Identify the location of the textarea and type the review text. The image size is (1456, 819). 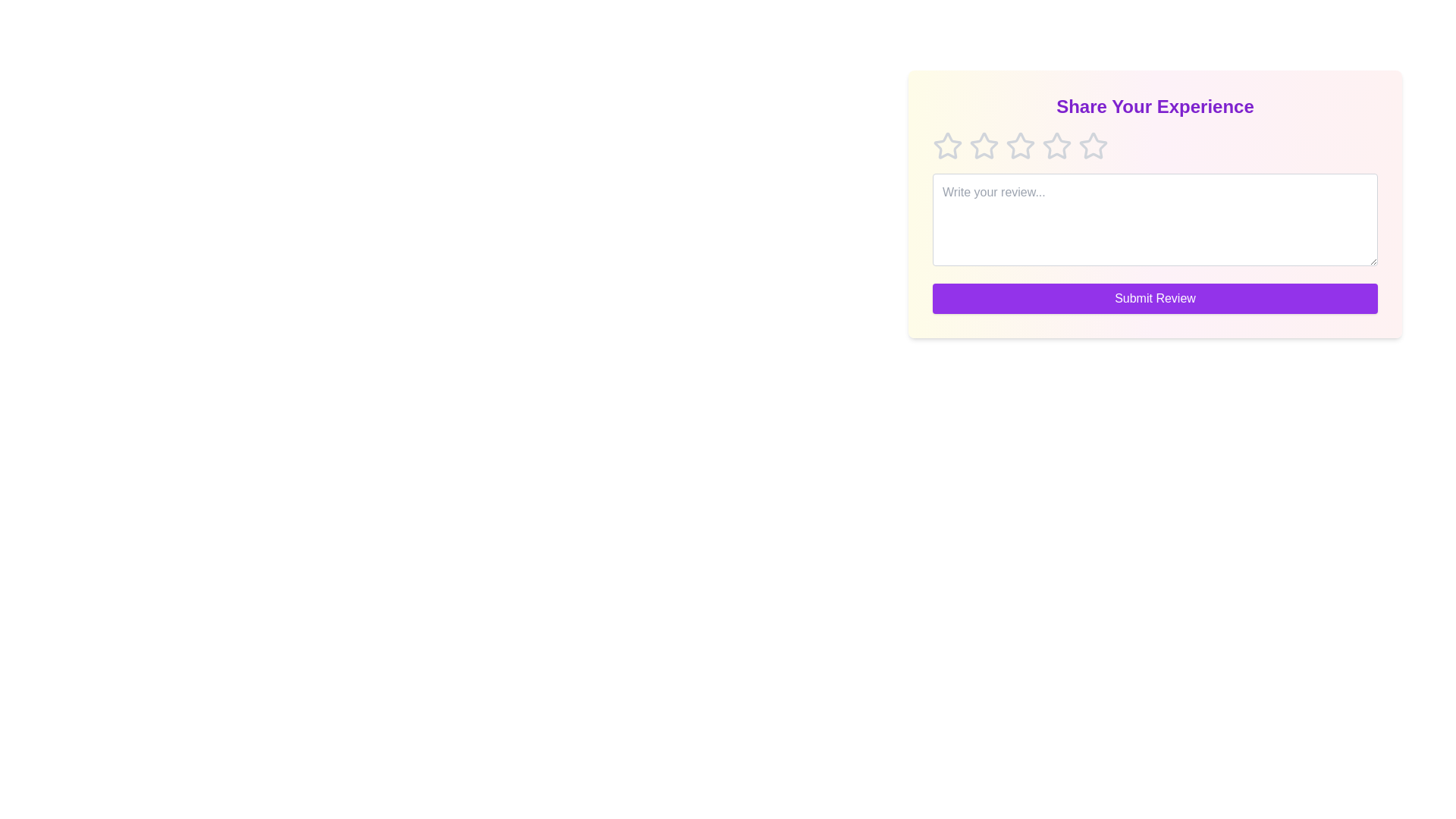
(1154, 219).